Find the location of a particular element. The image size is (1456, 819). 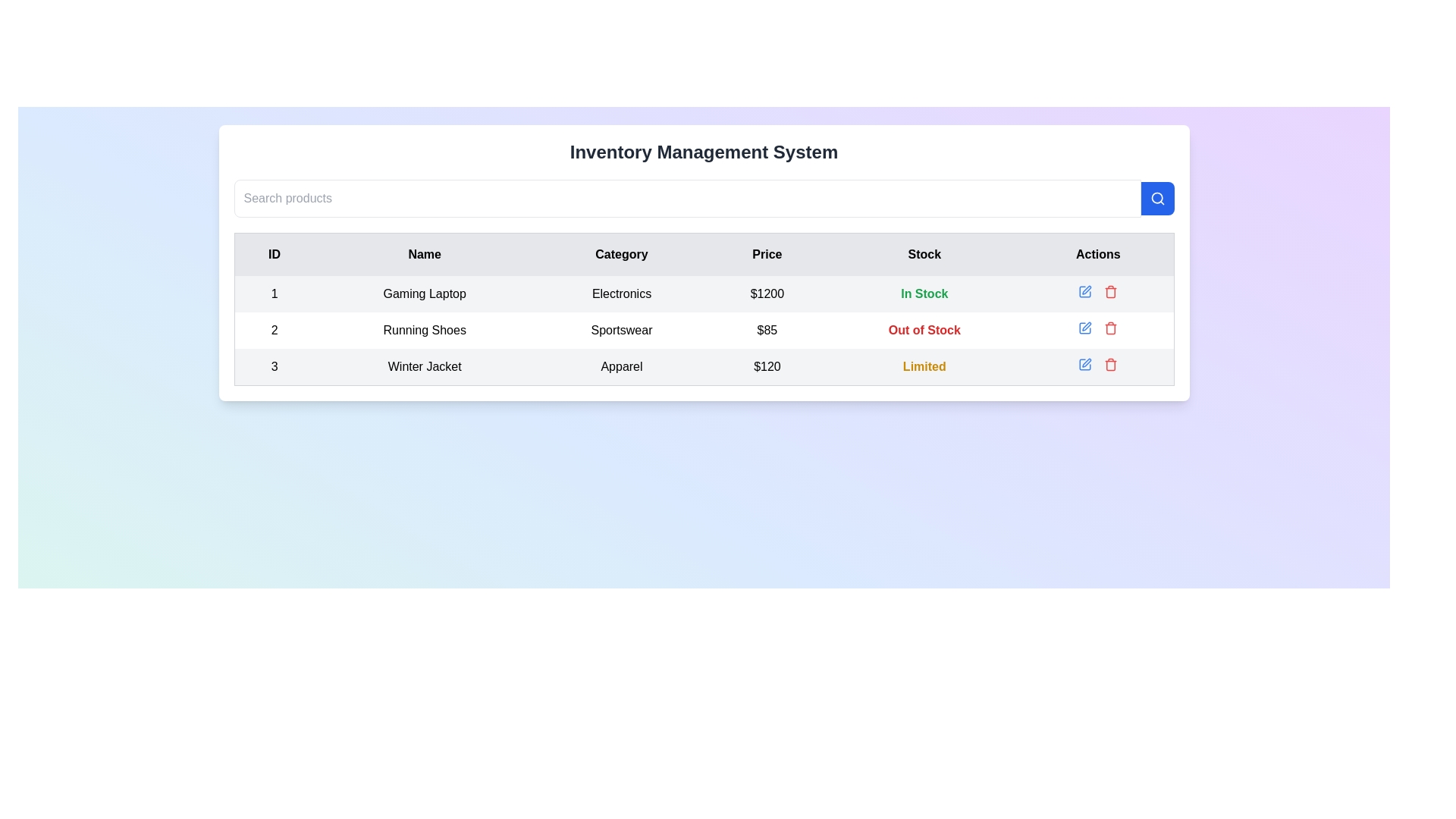

circular SVG icon representing the search function located in the top-right corner of the search bar interface for debugging purposes is located at coordinates (1156, 197).